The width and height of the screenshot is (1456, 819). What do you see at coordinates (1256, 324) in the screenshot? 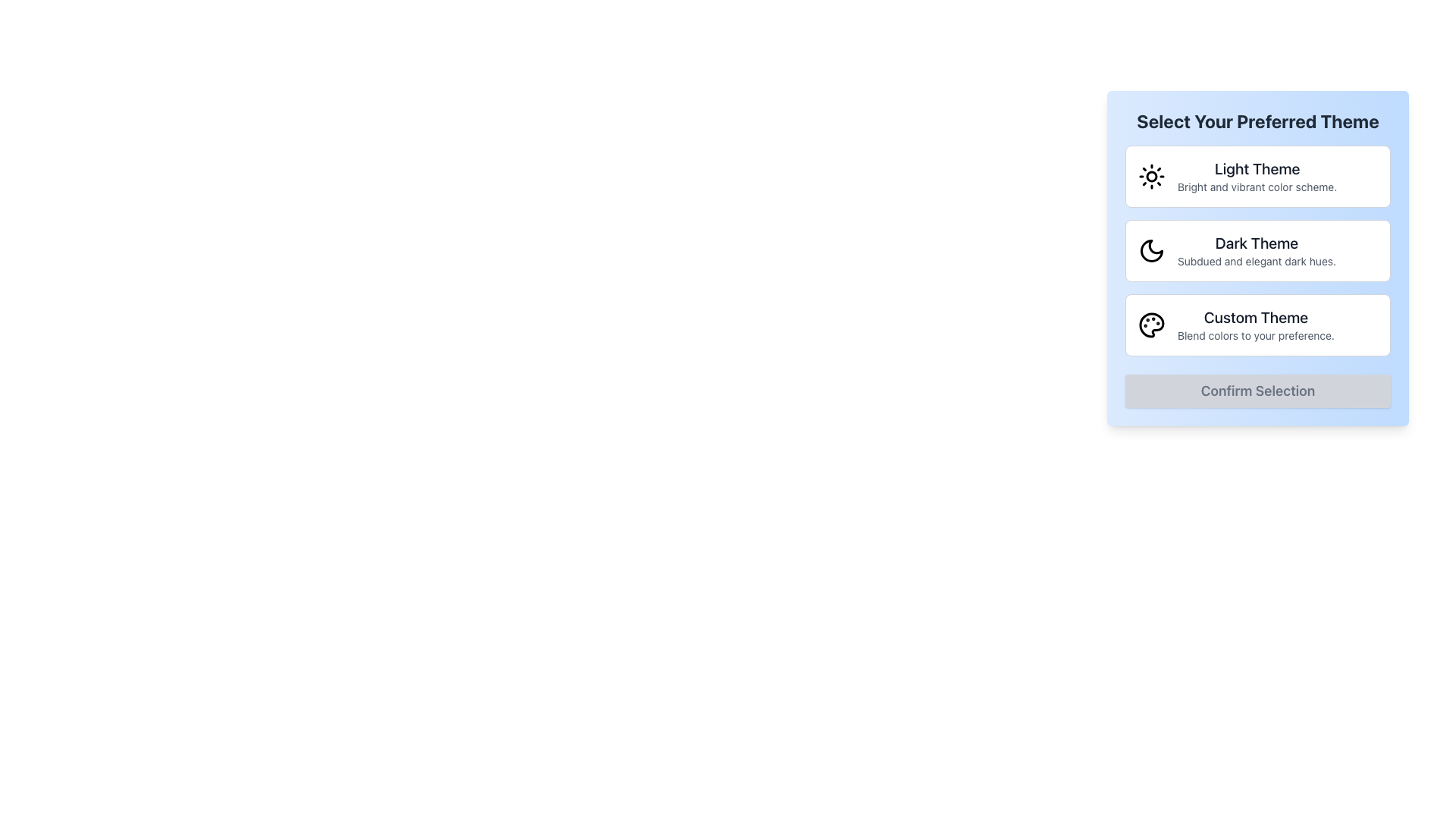
I see `textual description associated with the 'Custom Theme' selection option, which is located within the third box from the top in the vertically arranged list of theme options` at bounding box center [1256, 324].